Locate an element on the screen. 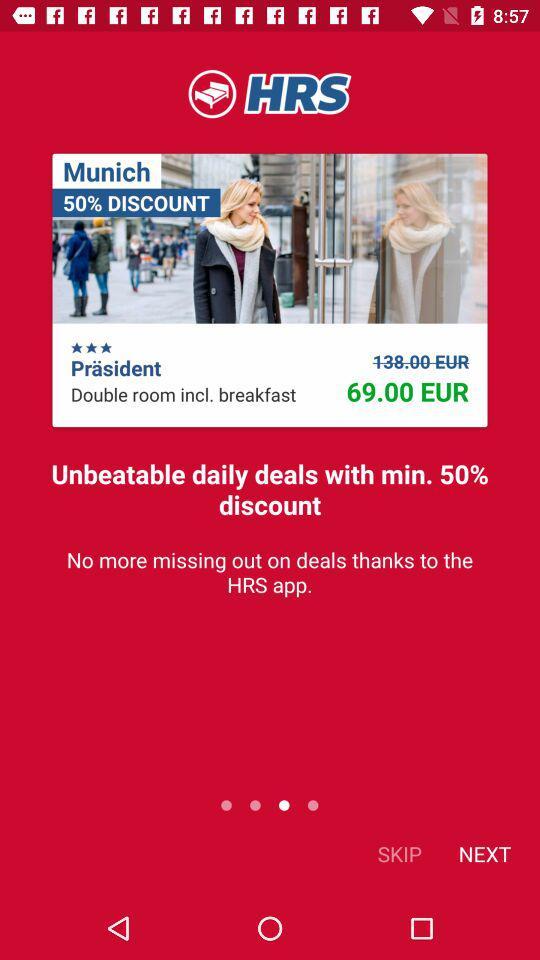 The height and width of the screenshot is (960, 540). skip item is located at coordinates (399, 852).